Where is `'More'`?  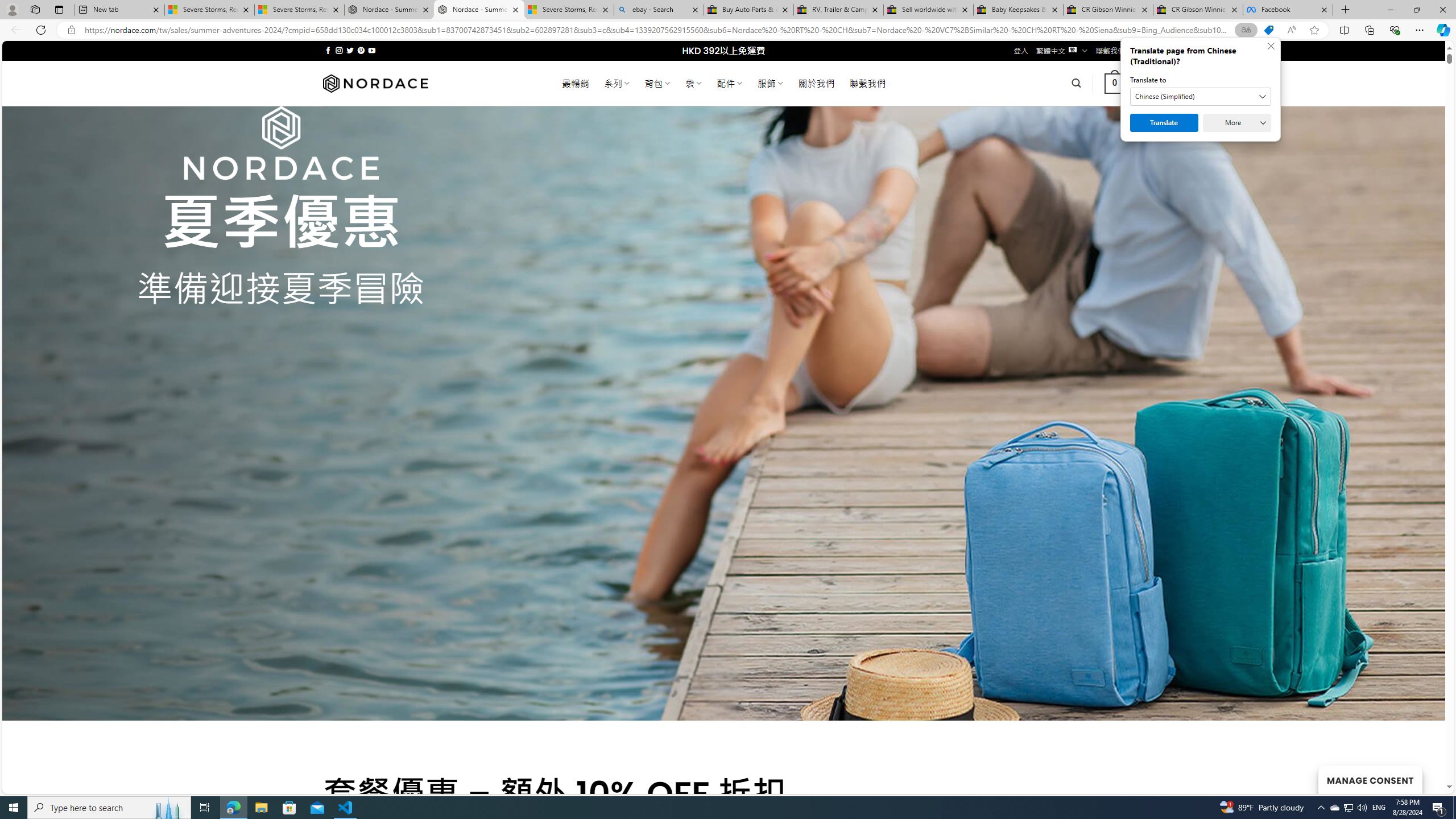
'More' is located at coordinates (1236, 122).